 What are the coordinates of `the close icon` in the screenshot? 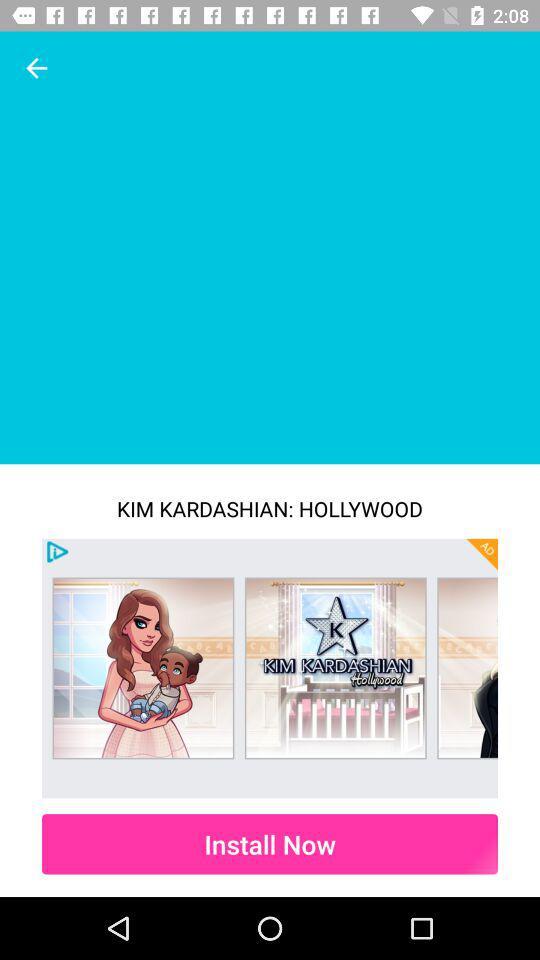 It's located at (481, 554).